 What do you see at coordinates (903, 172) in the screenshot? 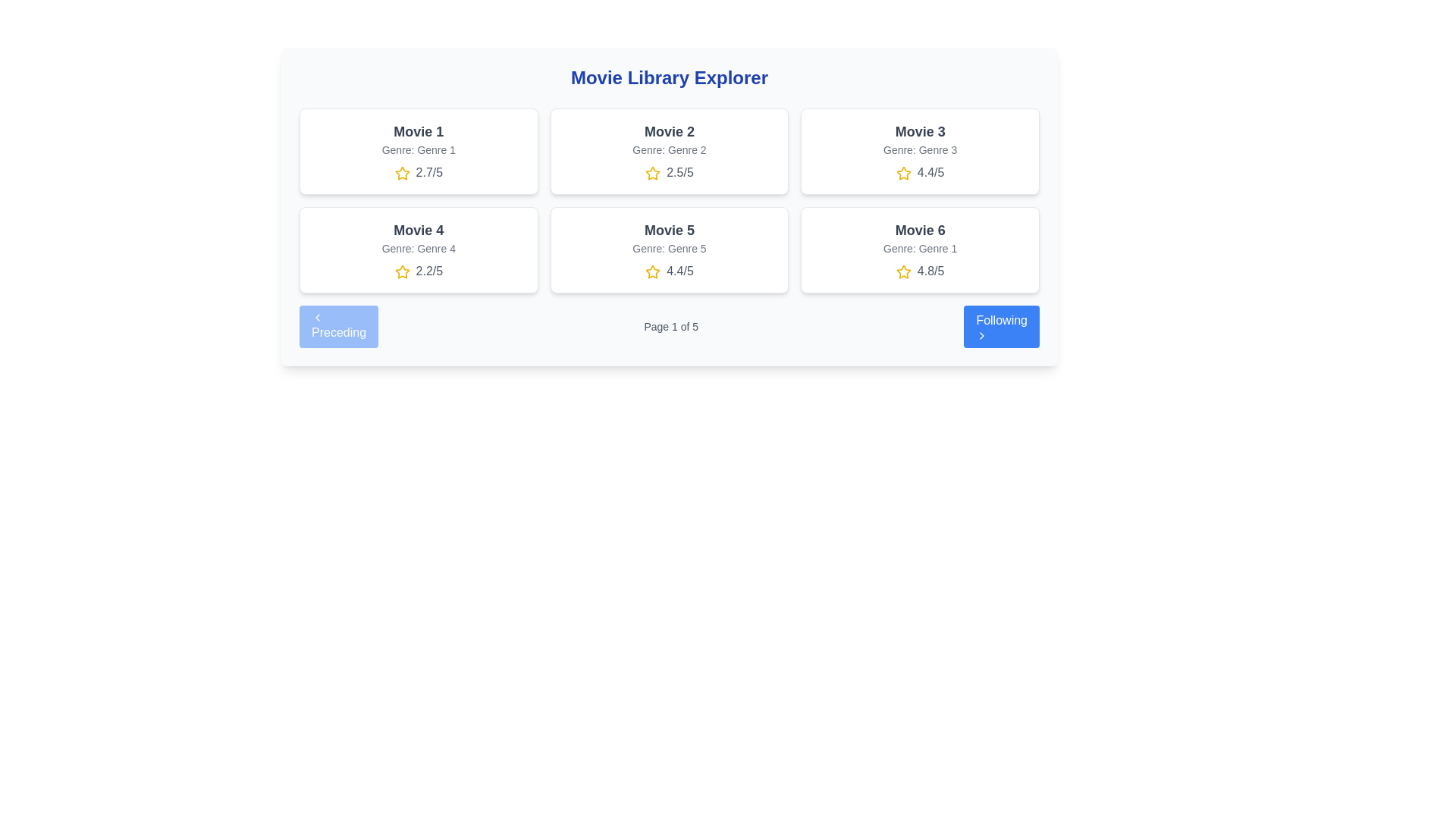
I see `the star icon representing the movie's rating in the Movie 3 card located in the top-right section of the movie grid` at bounding box center [903, 172].